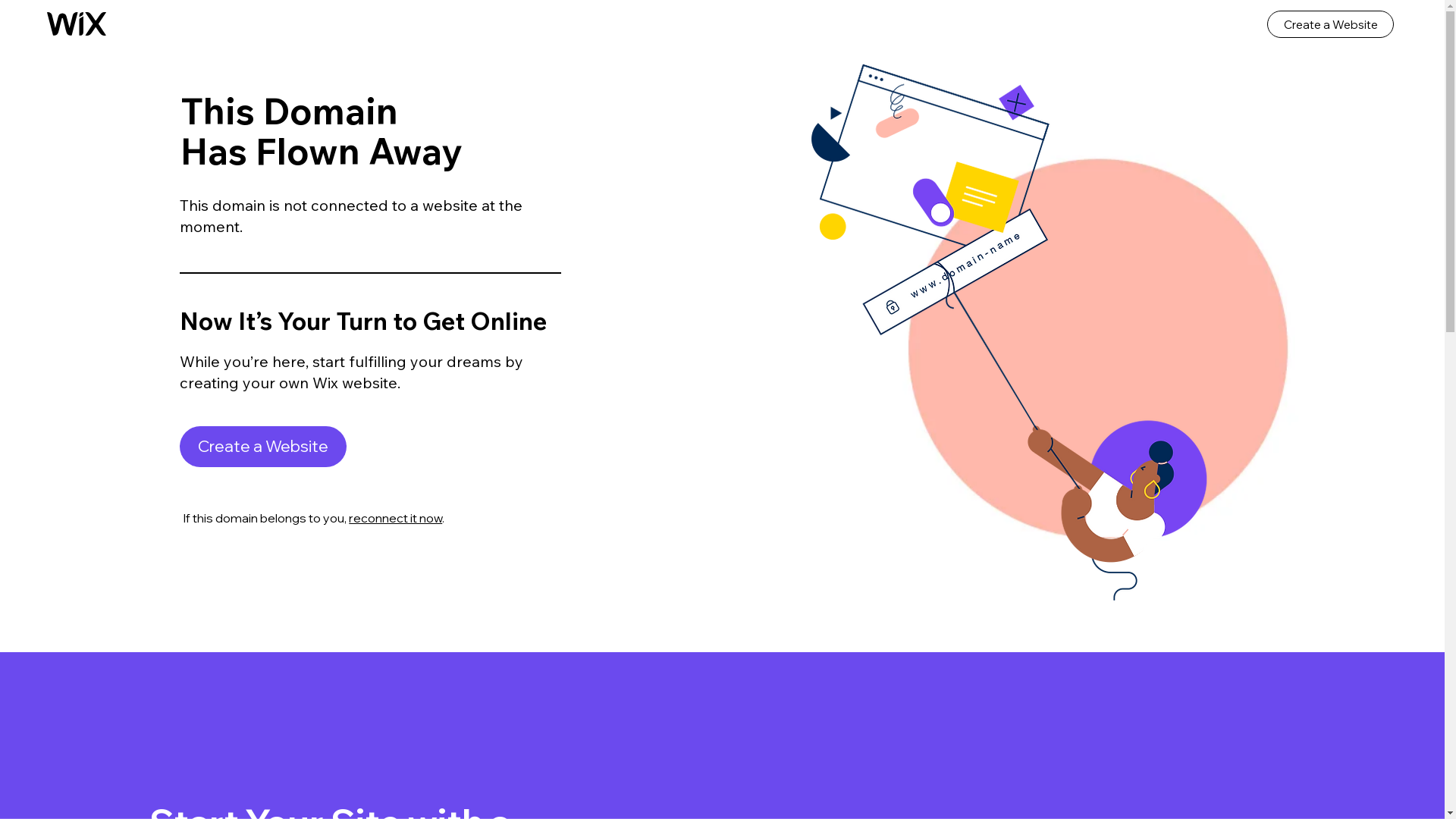 This screenshot has width=1456, height=819. Describe the element at coordinates (262, 446) in the screenshot. I see `'Create a Website'` at that location.